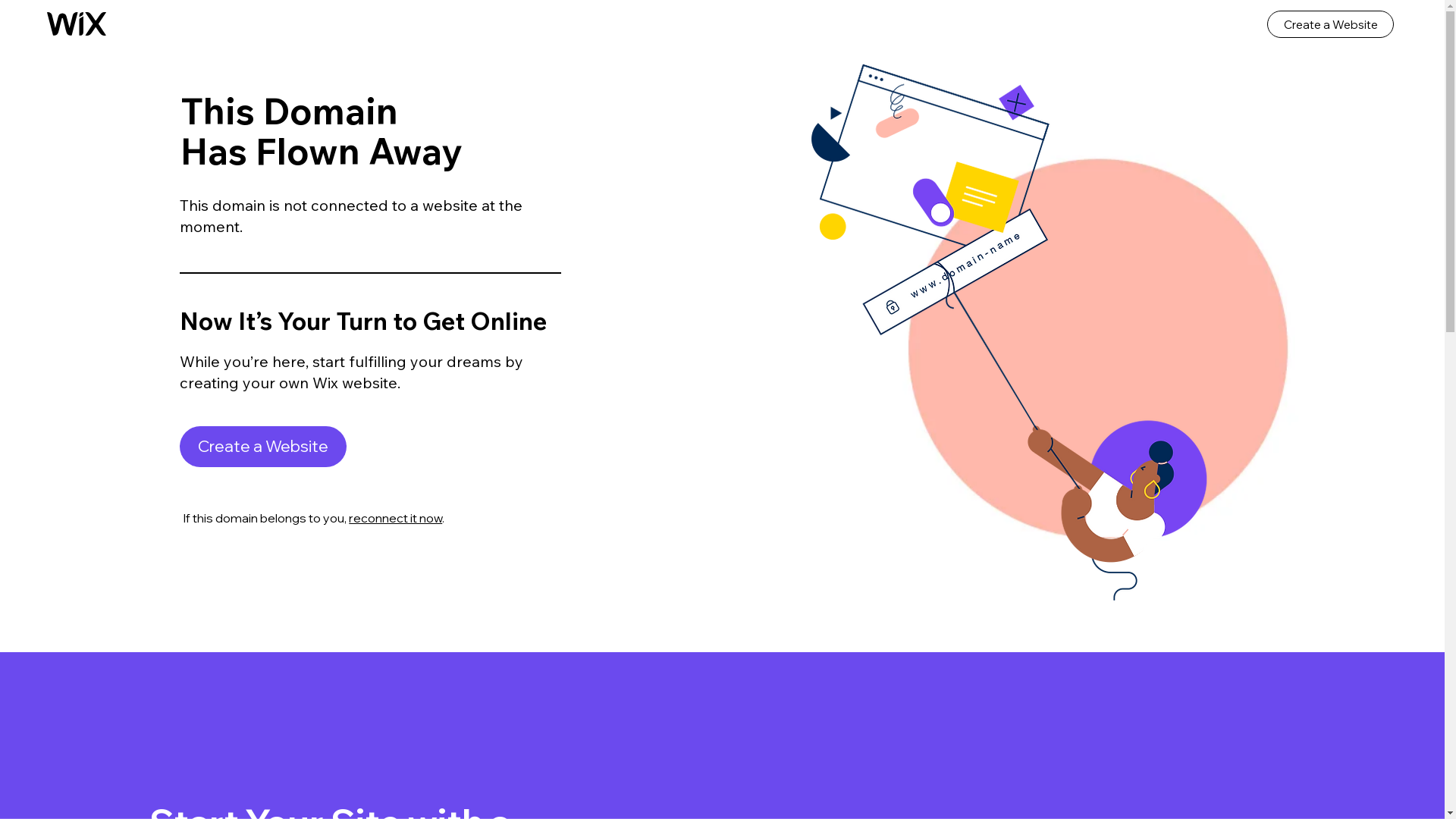 This screenshot has width=1456, height=819. Describe the element at coordinates (262, 446) in the screenshot. I see `'Create a Website'` at that location.